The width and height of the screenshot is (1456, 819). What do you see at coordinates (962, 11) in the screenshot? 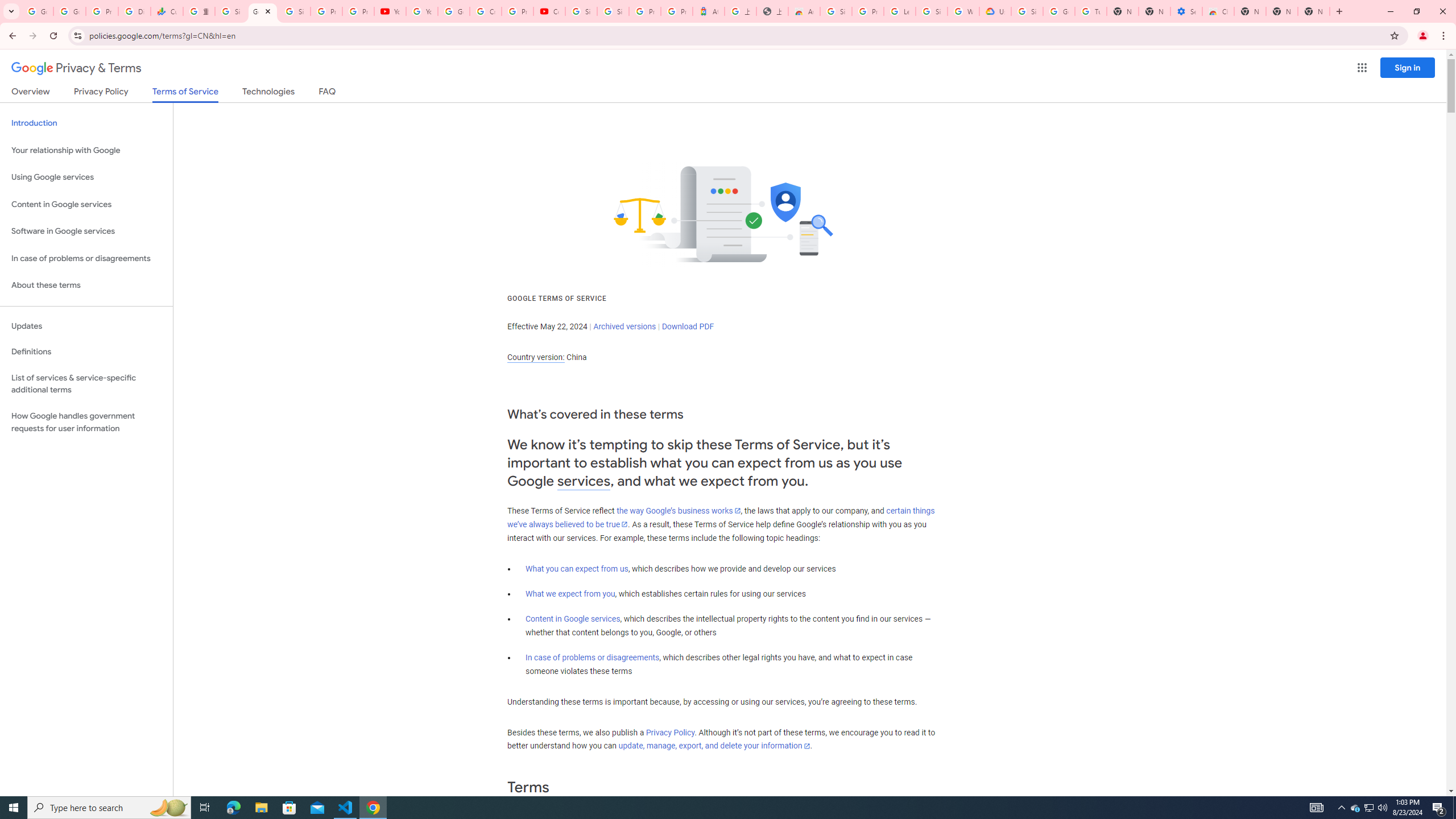
I see `'Who are Google'` at bounding box center [962, 11].